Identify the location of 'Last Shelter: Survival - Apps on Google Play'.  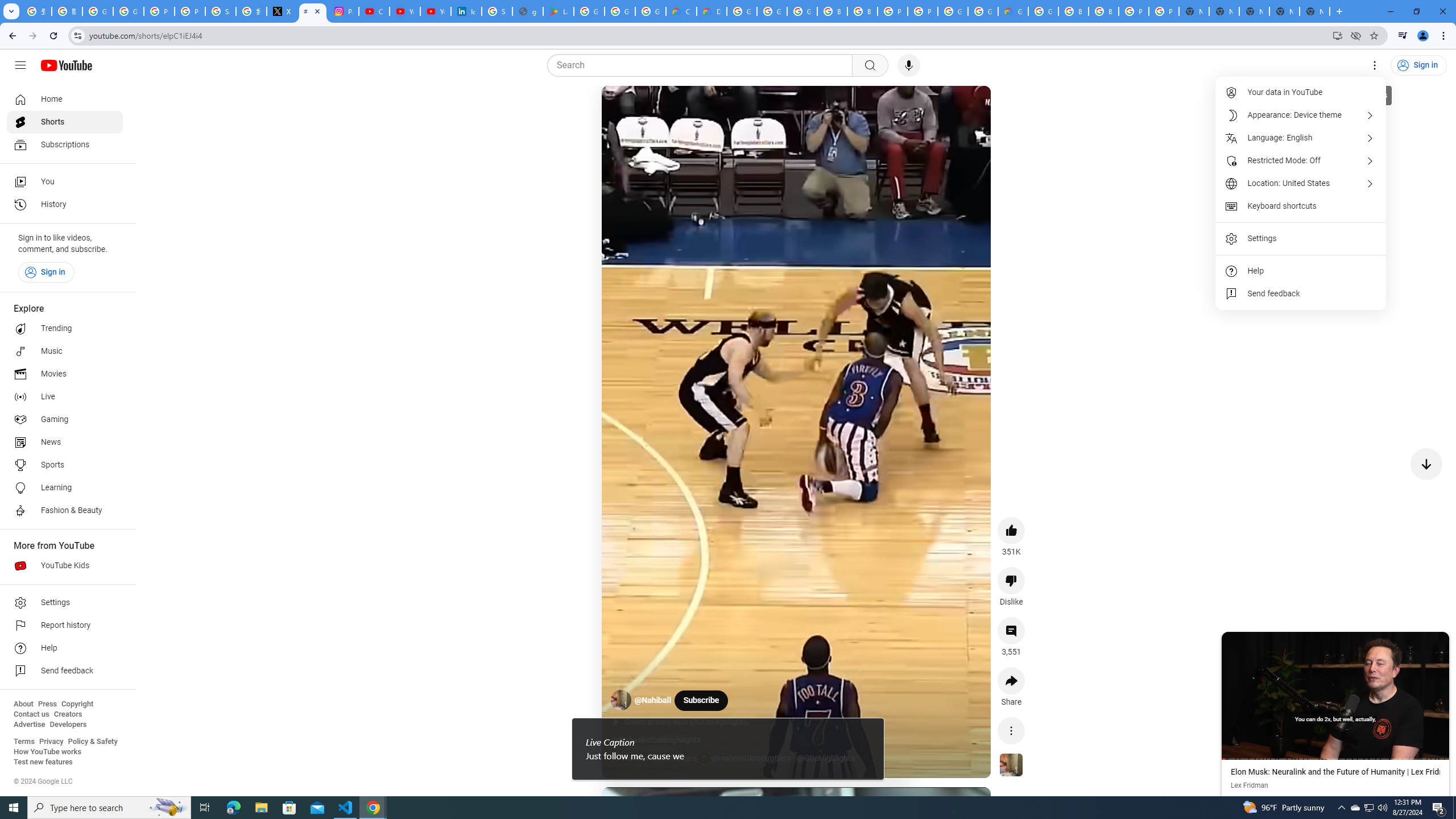
(559, 11).